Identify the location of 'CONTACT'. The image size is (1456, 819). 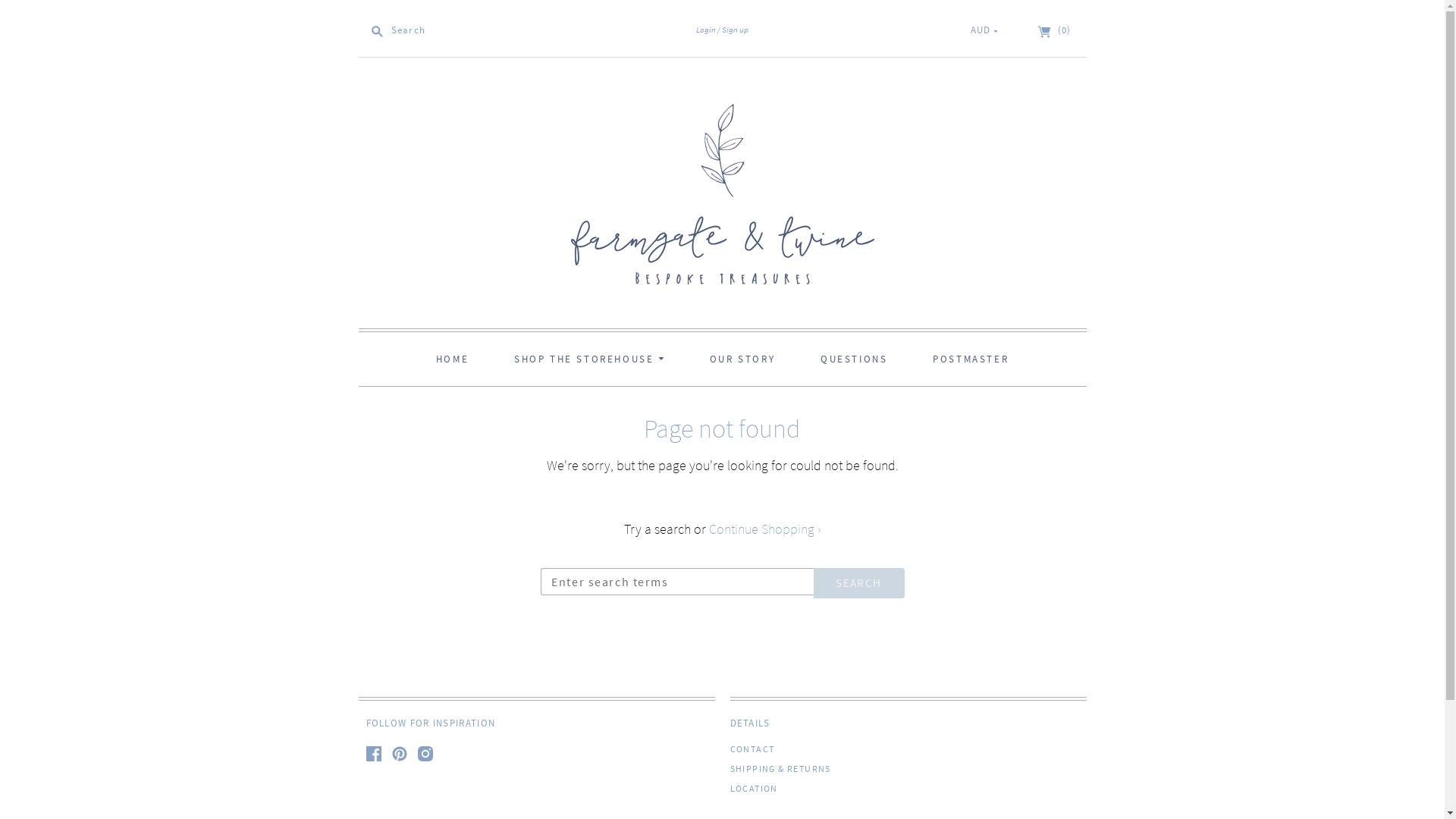
(752, 748).